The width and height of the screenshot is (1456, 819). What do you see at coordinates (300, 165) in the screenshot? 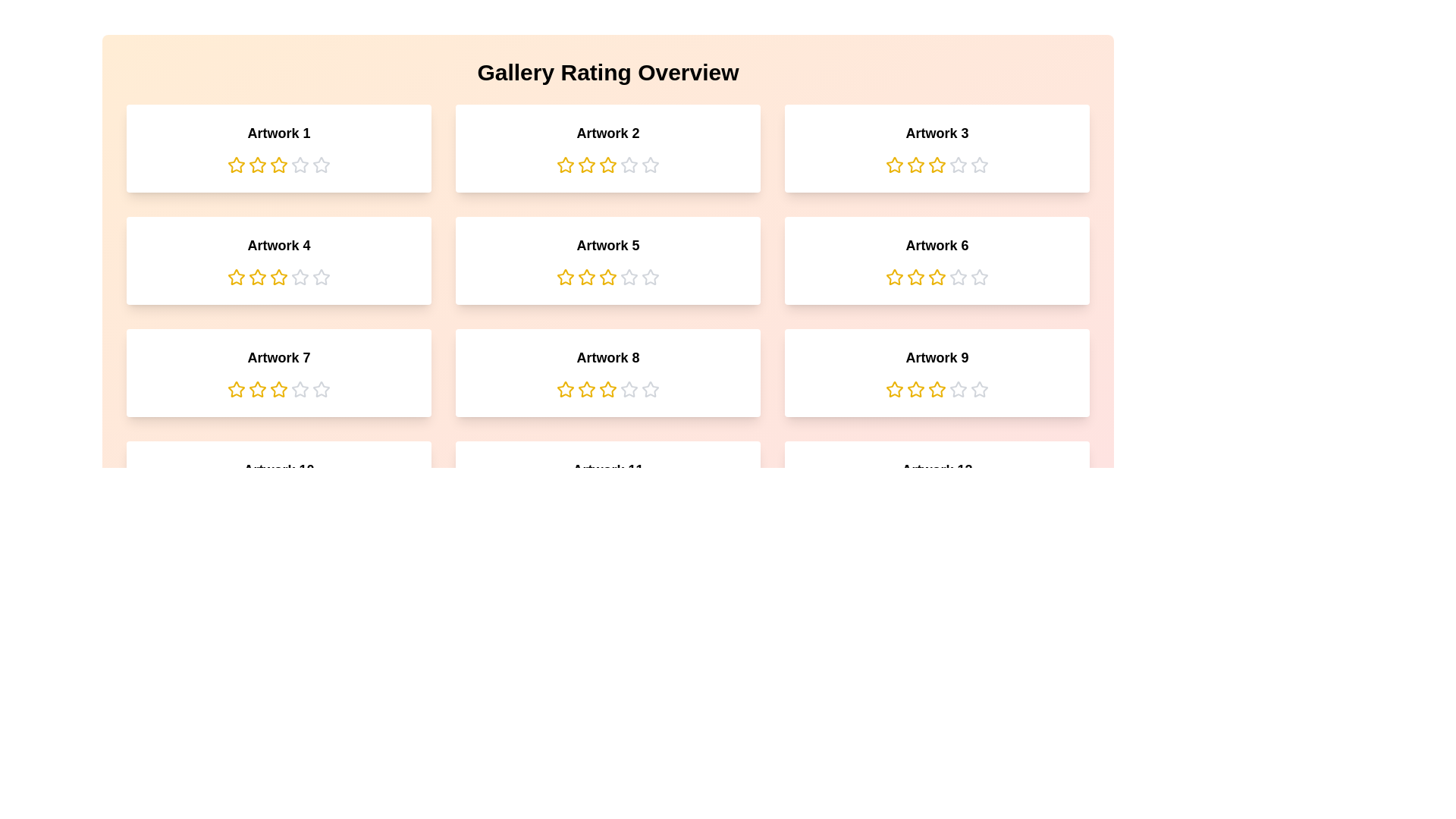
I see `the rating of an artwork to 4 stars by clicking the corresponding star` at bounding box center [300, 165].